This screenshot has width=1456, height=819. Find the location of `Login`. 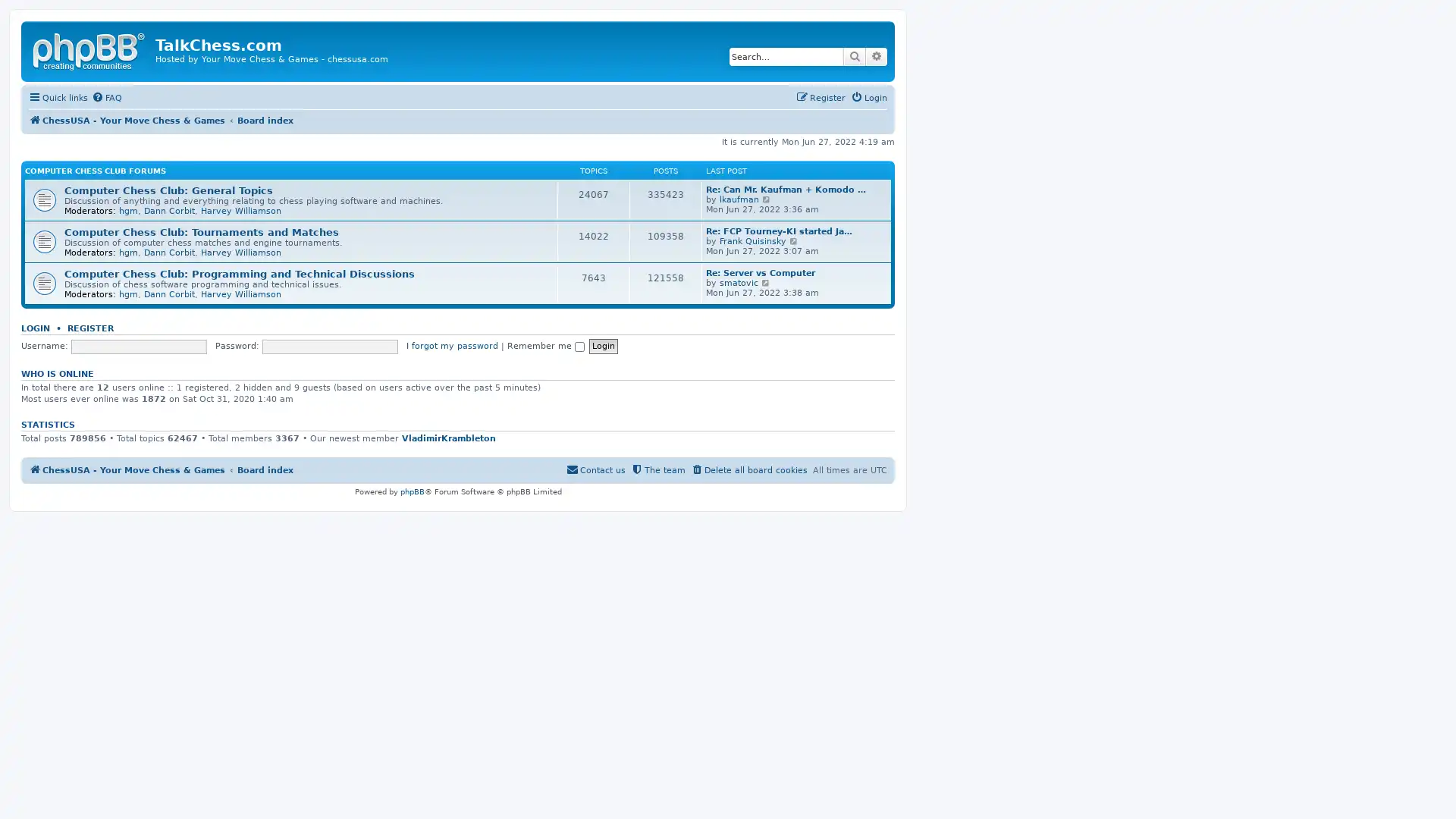

Login is located at coordinates (602, 346).